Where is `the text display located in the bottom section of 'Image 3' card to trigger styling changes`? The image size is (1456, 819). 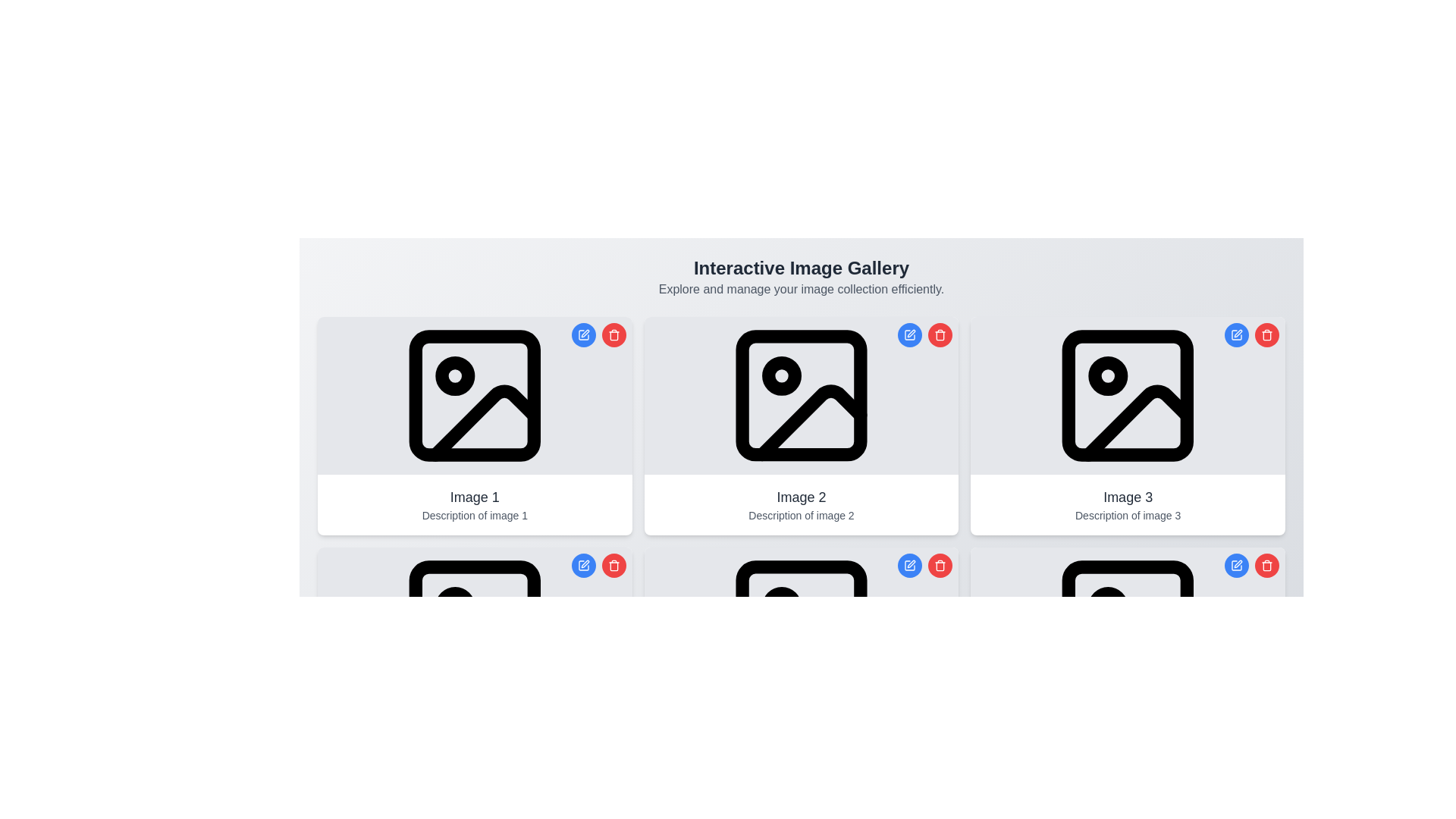
the text display located in the bottom section of 'Image 3' card to trigger styling changes is located at coordinates (1128, 505).